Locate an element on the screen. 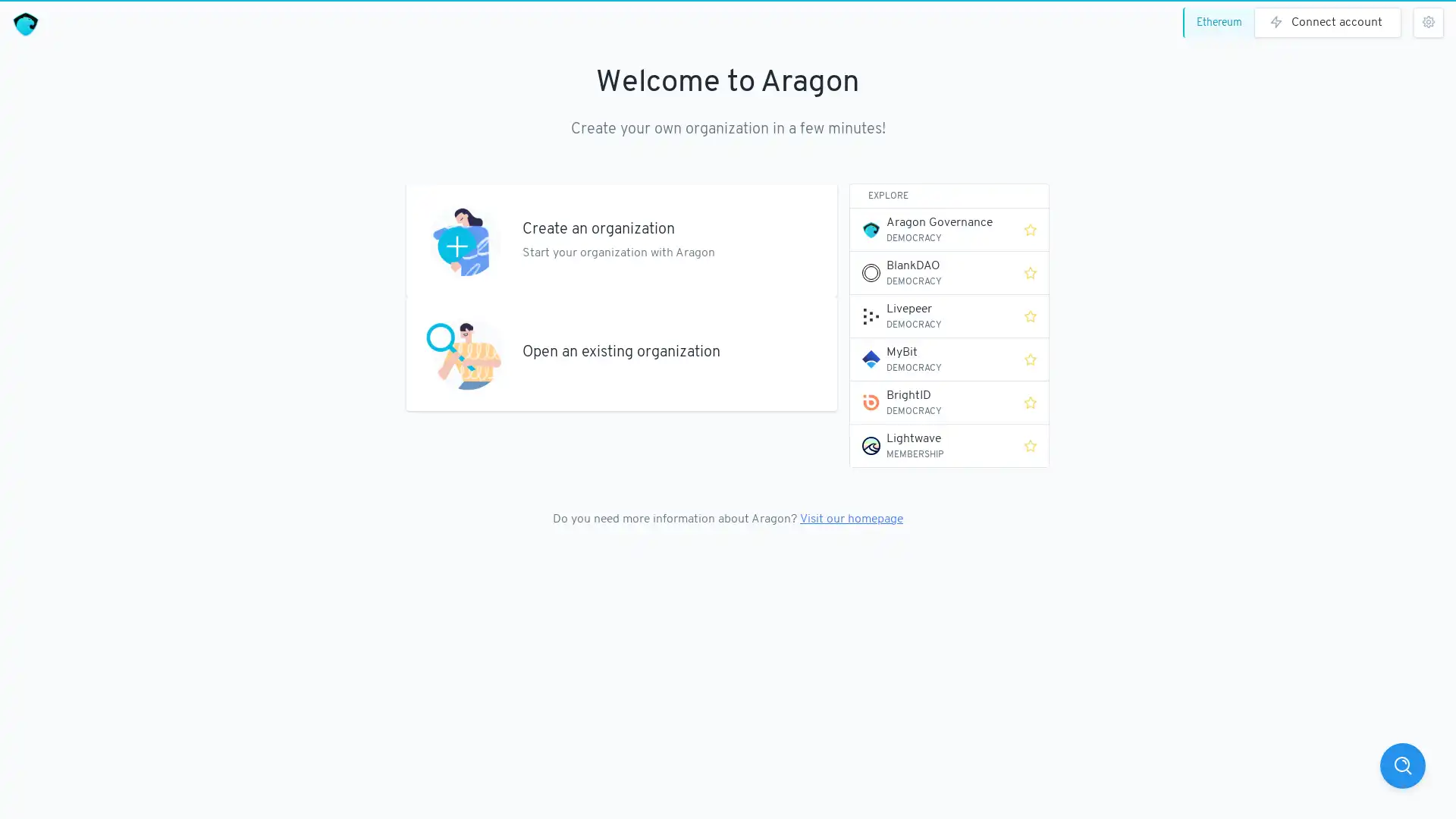 The height and width of the screenshot is (819, 1456). Open an existing organization is located at coordinates (622, 353).